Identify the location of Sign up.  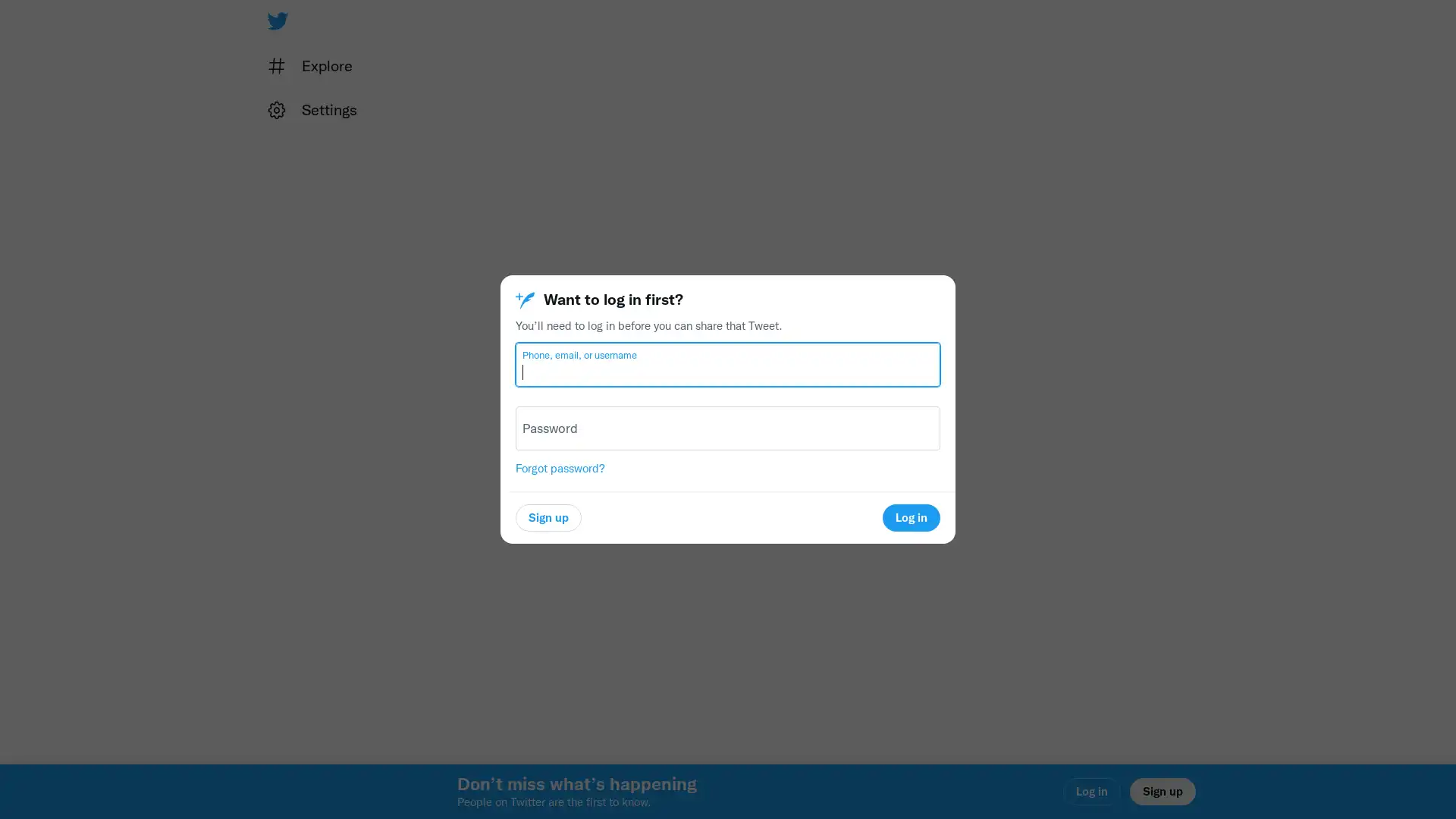
(548, 516).